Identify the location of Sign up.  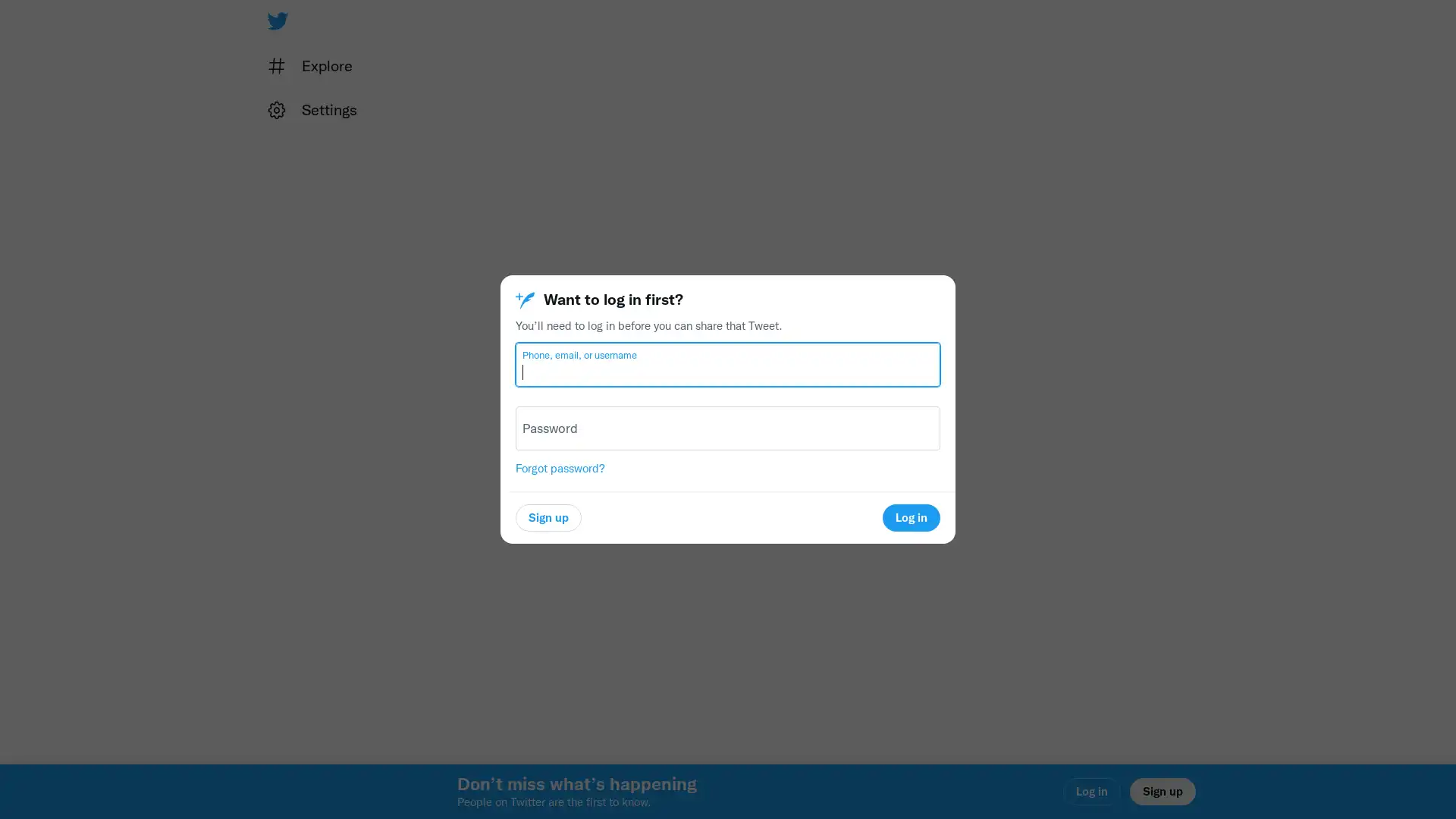
(548, 516).